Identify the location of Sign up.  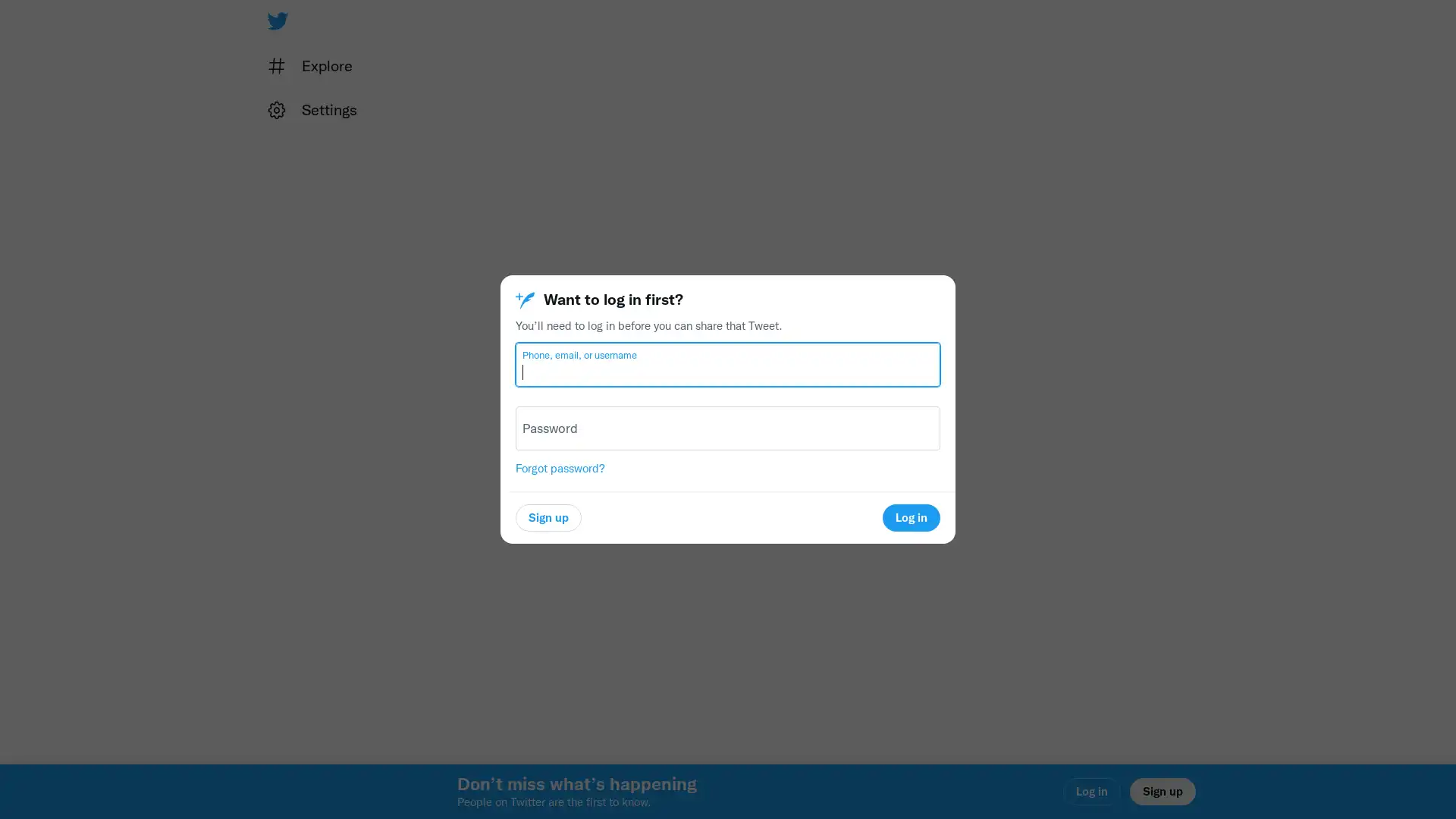
(548, 516).